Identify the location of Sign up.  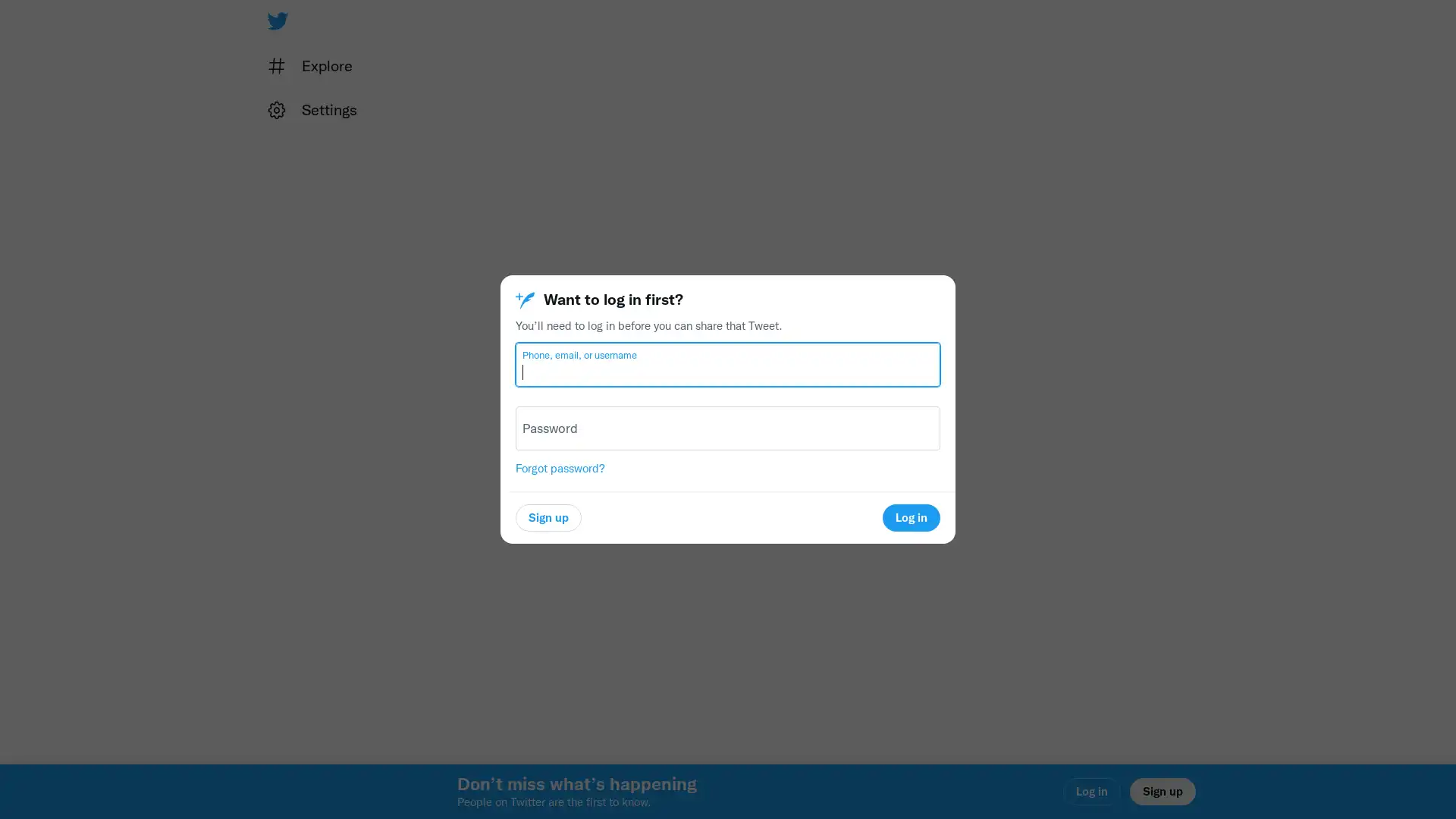
(548, 516).